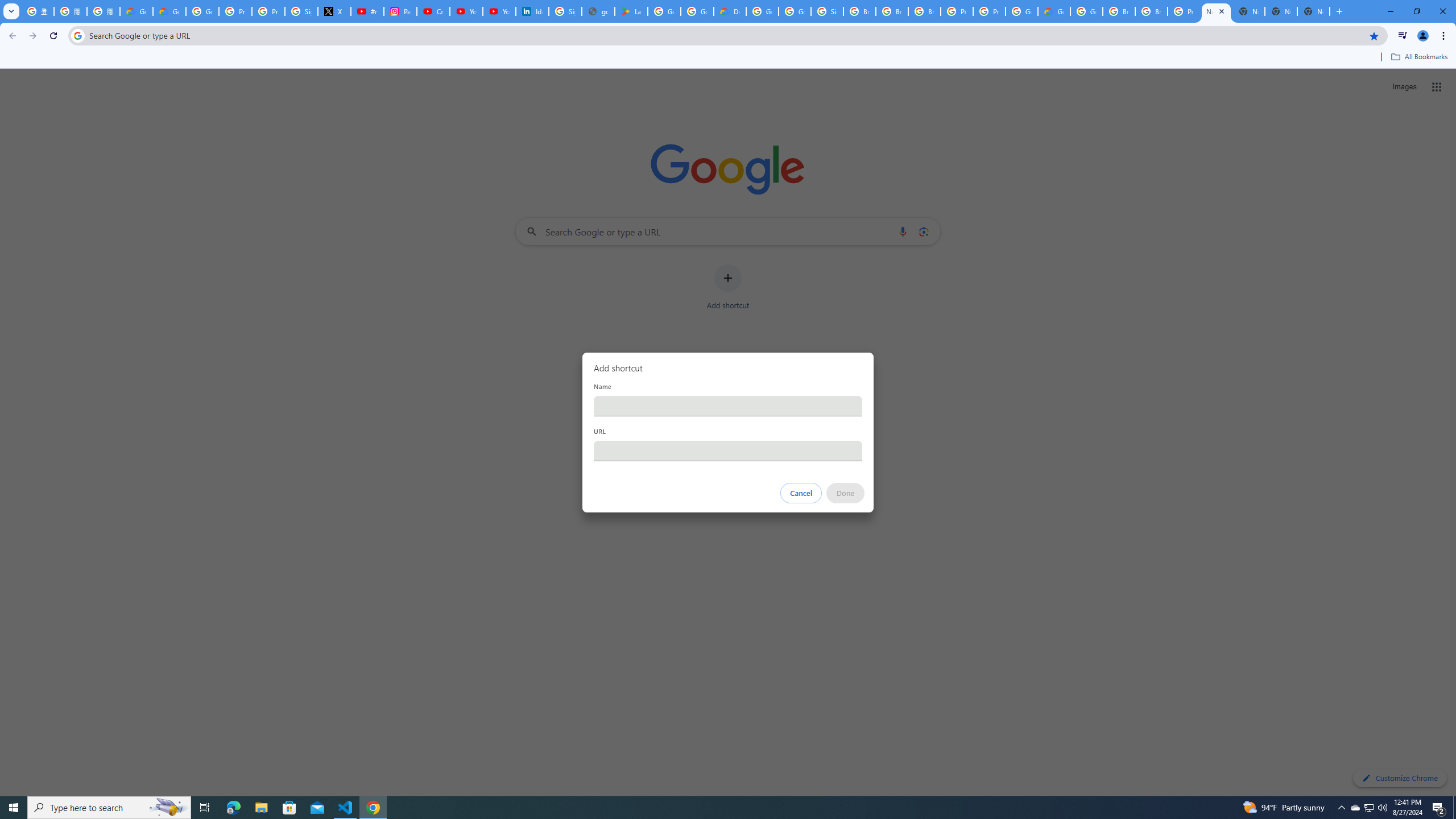 The height and width of the screenshot is (819, 1456). I want to click on 'Cancel', so click(801, 493).